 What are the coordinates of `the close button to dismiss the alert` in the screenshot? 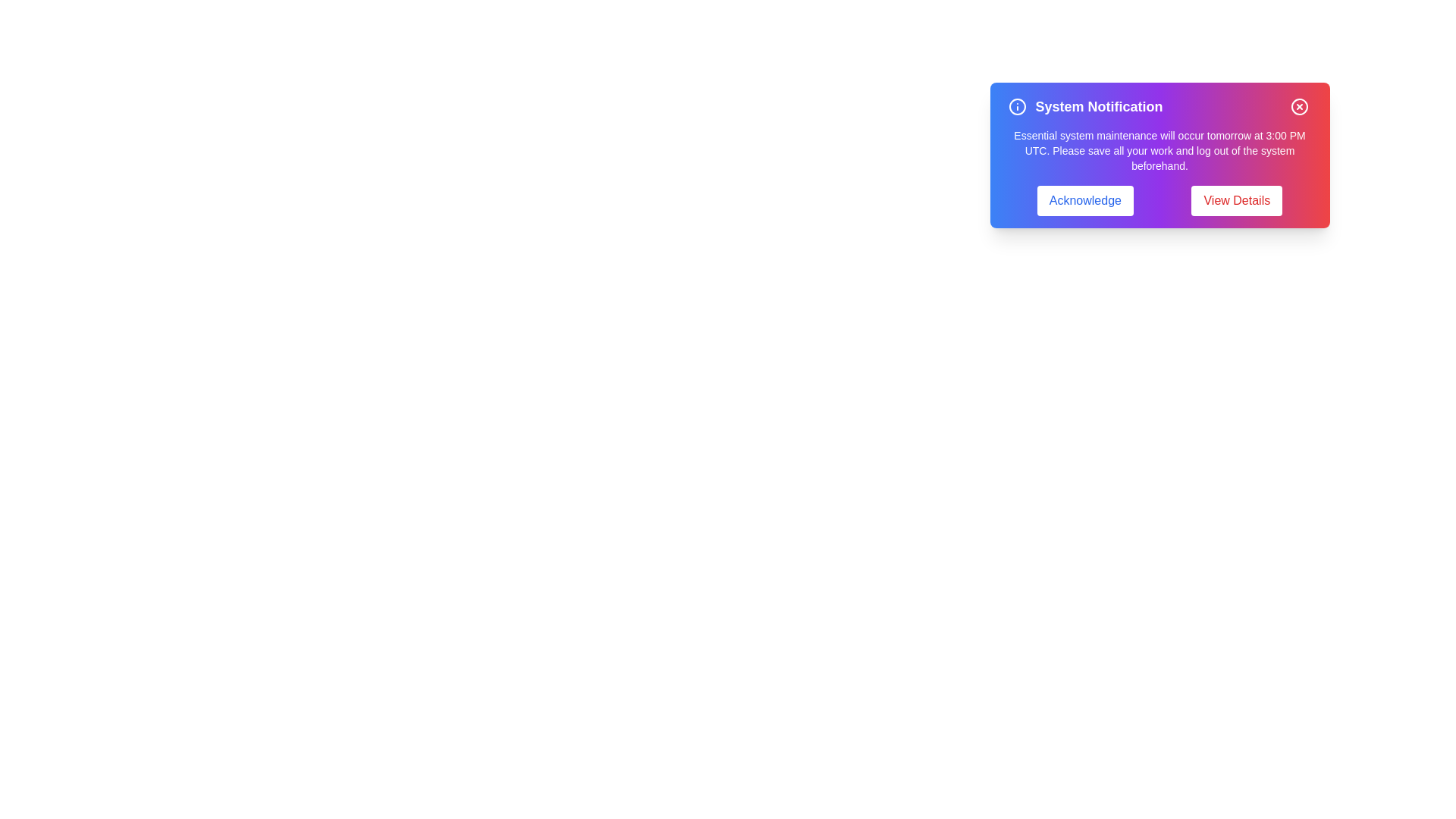 It's located at (1298, 106).